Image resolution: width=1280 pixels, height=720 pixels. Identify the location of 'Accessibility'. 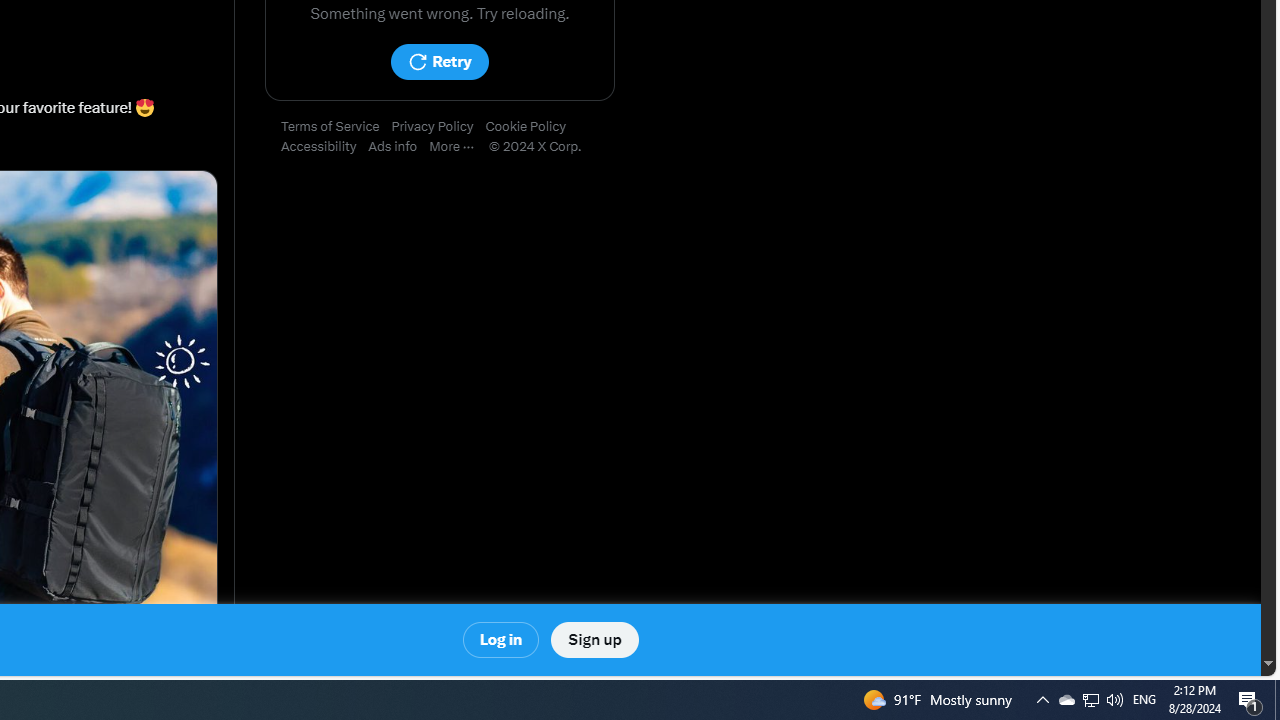
(325, 146).